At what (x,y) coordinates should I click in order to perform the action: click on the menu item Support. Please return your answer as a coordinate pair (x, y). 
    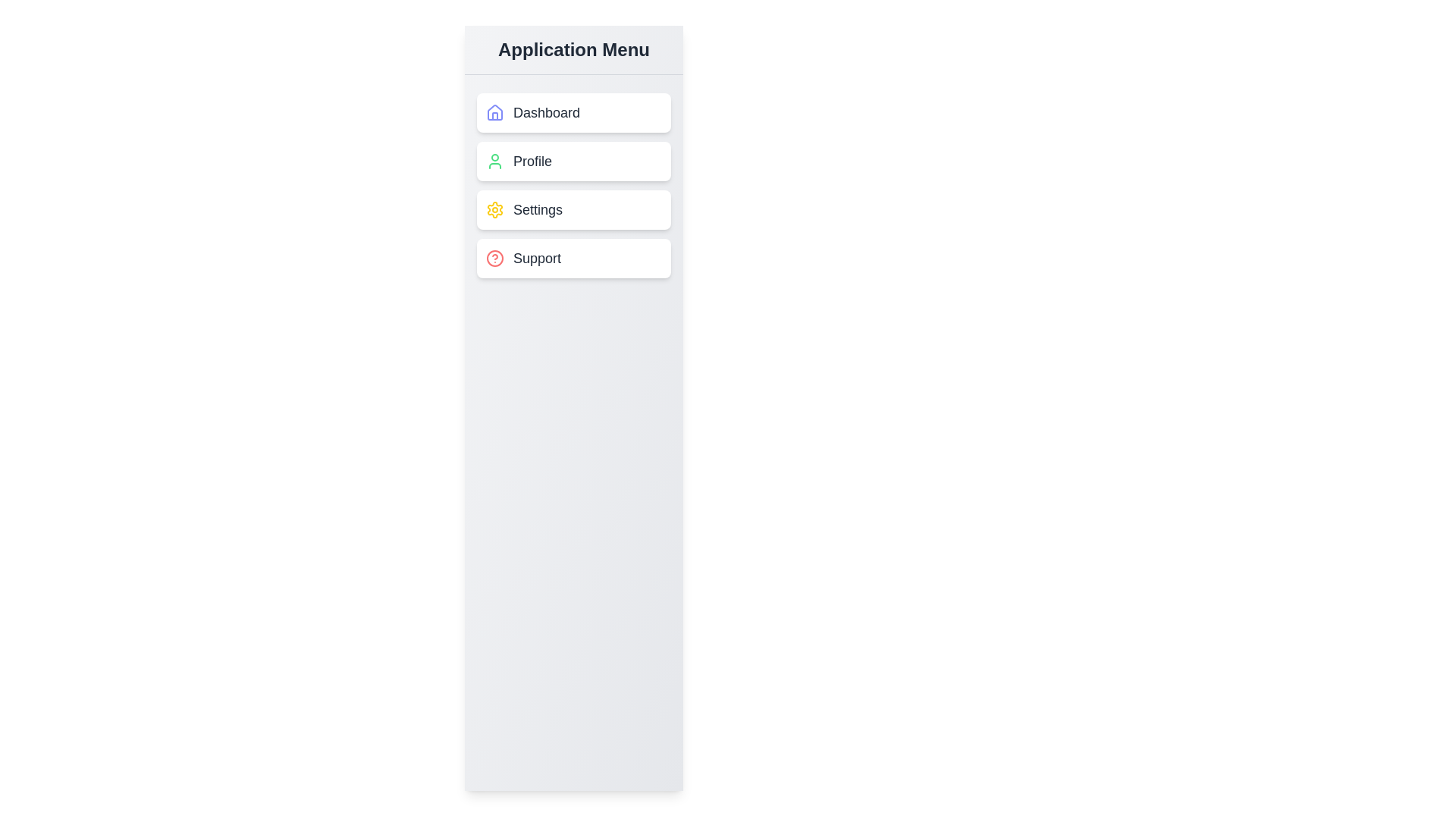
    Looking at the image, I should click on (573, 257).